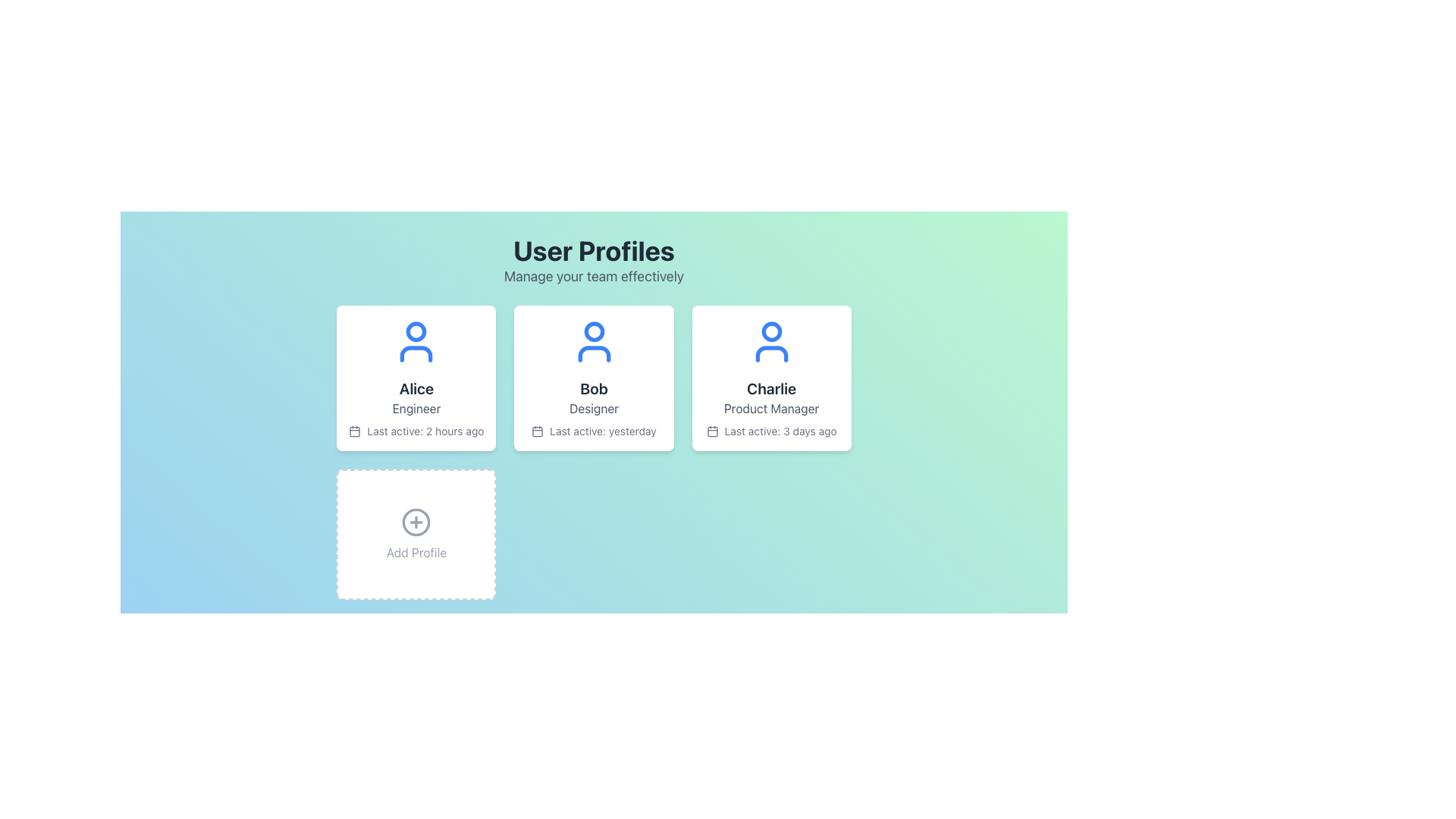 This screenshot has width=1456, height=819. What do you see at coordinates (593, 260) in the screenshot?
I see `the centered text block displaying 'User Profiles' and 'Manage your team effectively.'` at bounding box center [593, 260].